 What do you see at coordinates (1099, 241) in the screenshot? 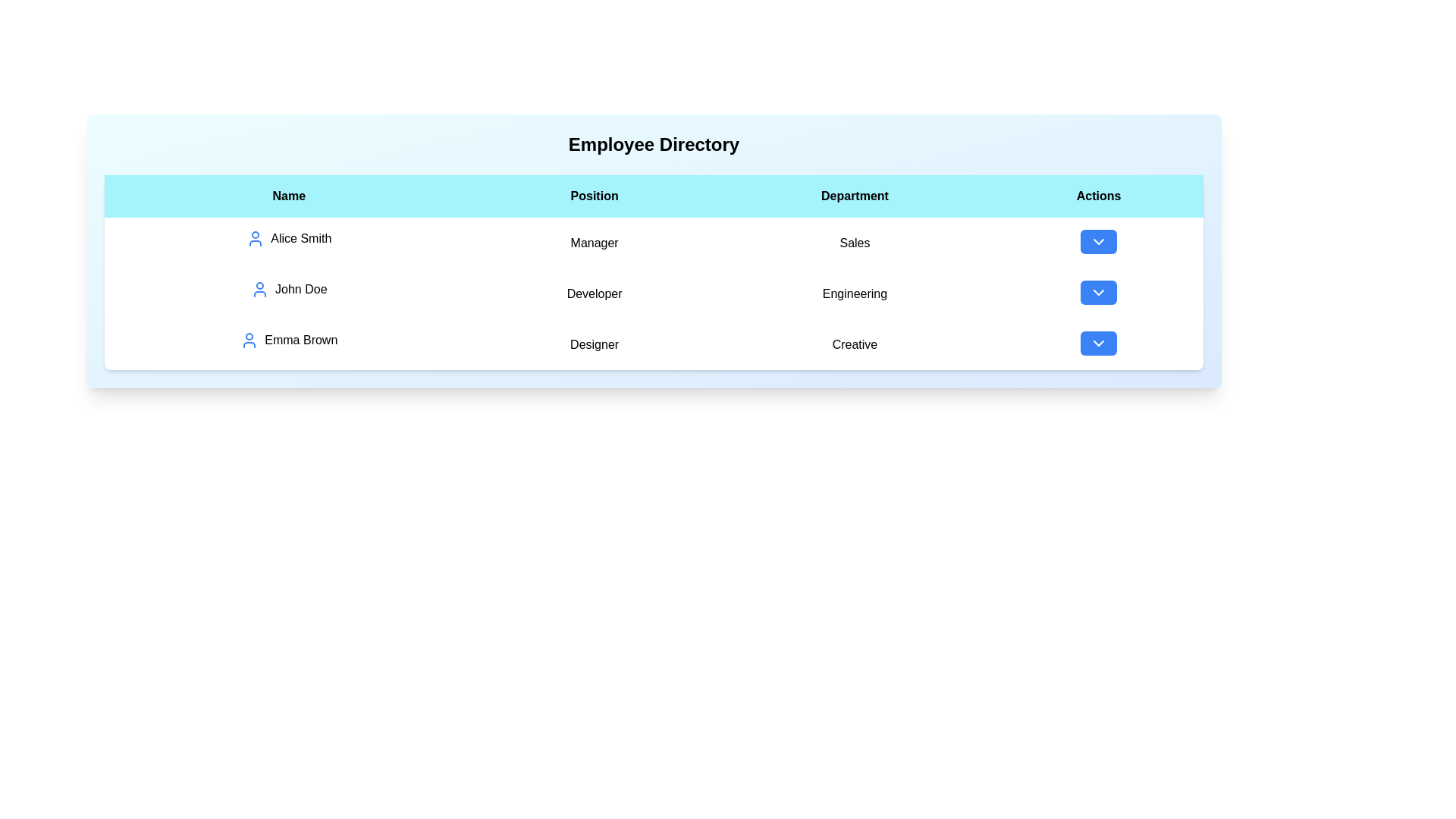
I see `the downward chevron icon within the first button in the 'Actions' column of the first row in the table` at bounding box center [1099, 241].